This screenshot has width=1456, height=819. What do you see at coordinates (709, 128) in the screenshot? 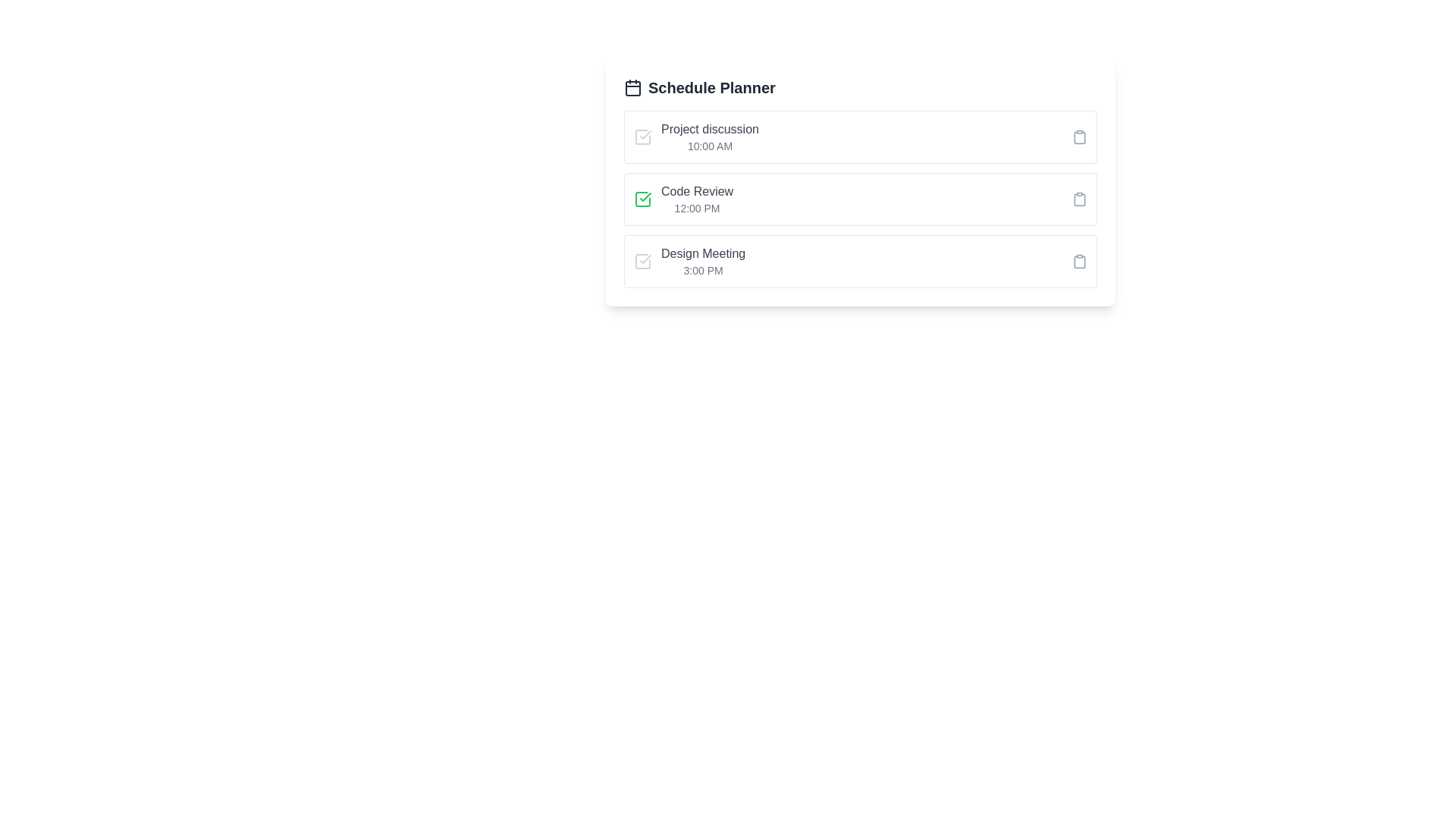
I see `the task name Project discussion to inspect its details` at bounding box center [709, 128].